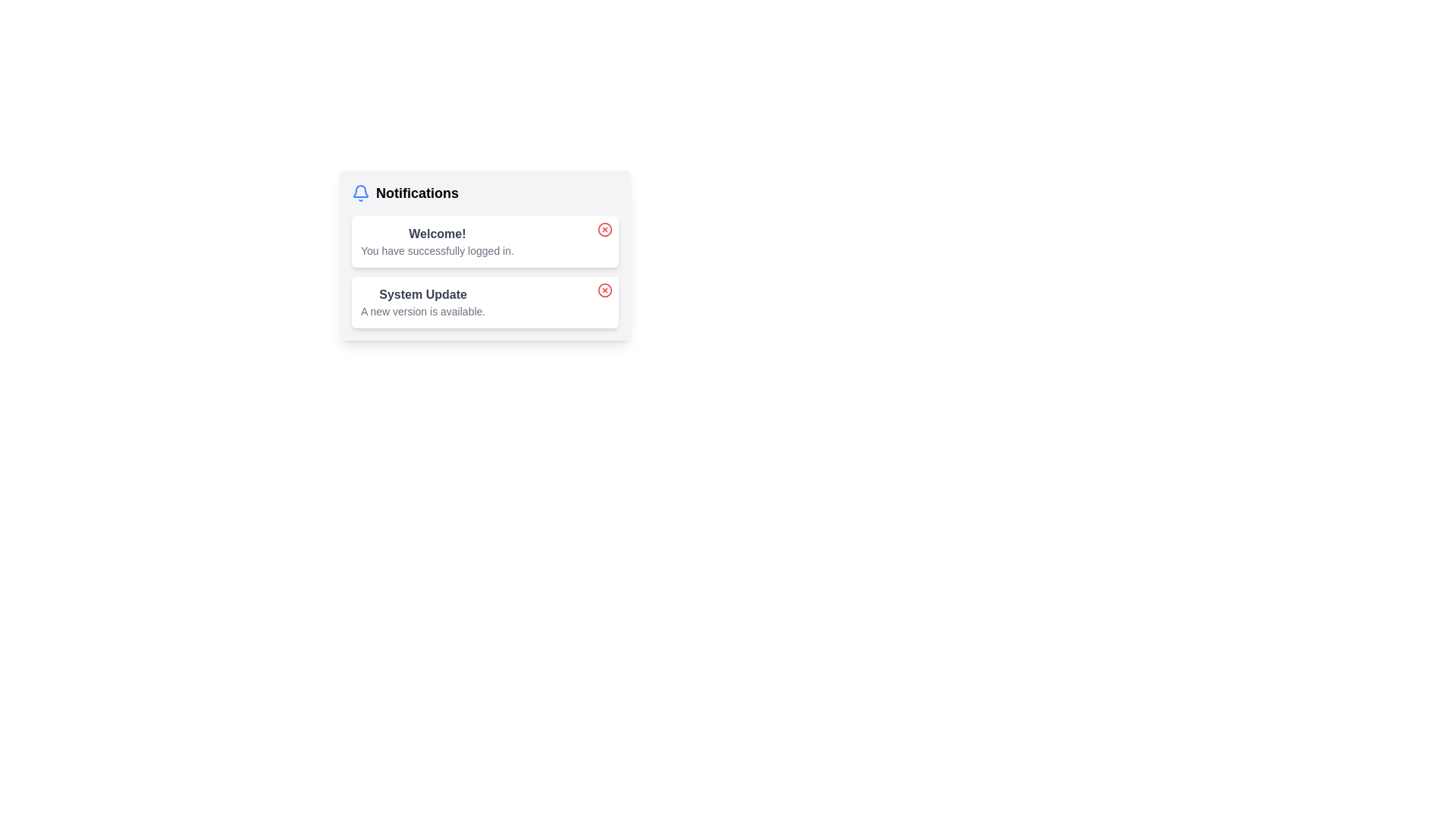  Describe the element at coordinates (604, 290) in the screenshot. I see `the close button located at the top-right corner of the 'System Update' notification card` at that location.